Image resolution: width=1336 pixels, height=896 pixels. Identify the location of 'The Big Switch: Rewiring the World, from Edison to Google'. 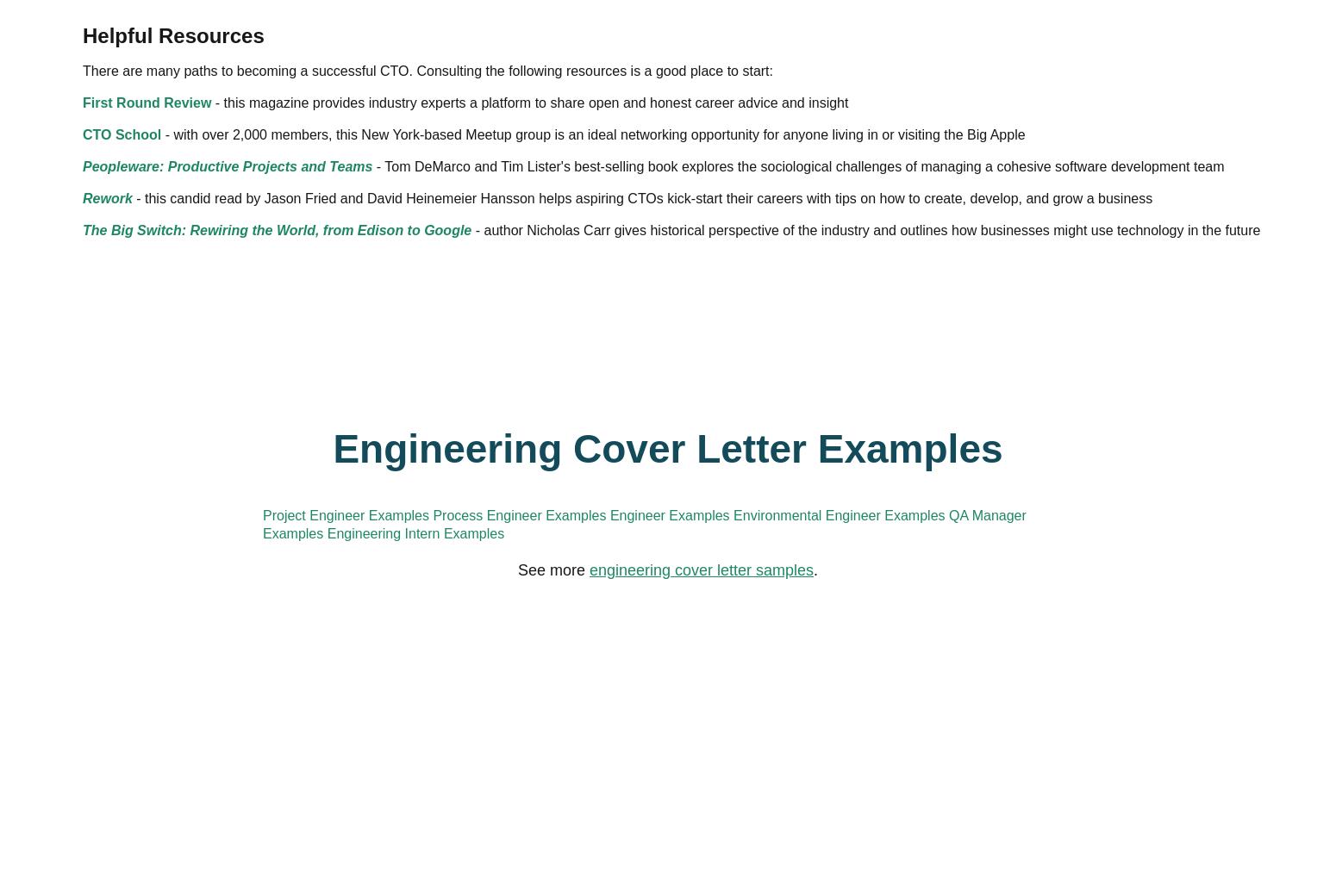
(583, 861).